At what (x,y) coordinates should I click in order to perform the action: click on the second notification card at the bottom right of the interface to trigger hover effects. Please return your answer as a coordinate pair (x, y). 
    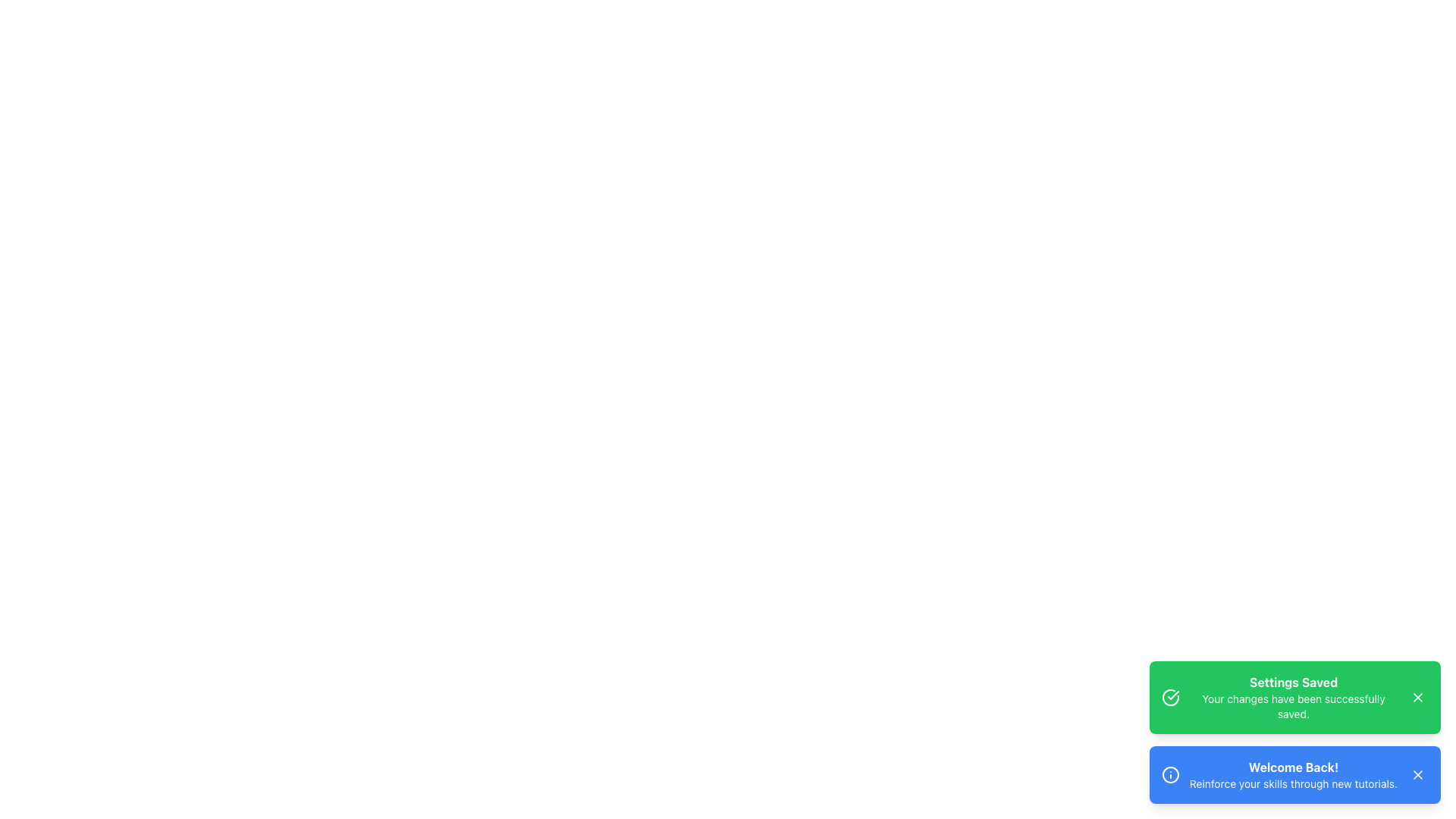
    Looking at the image, I should click on (1294, 775).